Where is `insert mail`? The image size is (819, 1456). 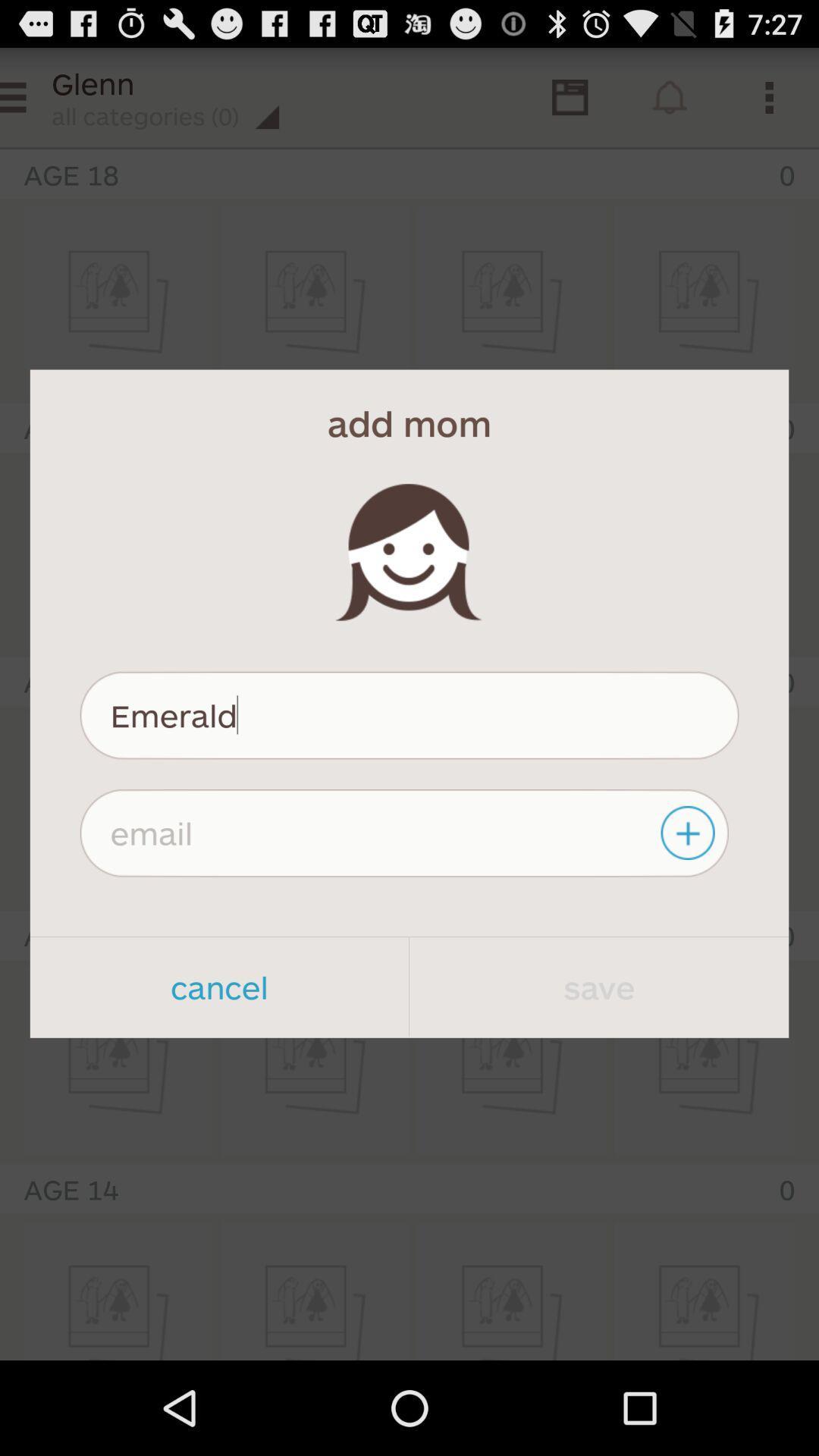 insert mail is located at coordinates (403, 832).